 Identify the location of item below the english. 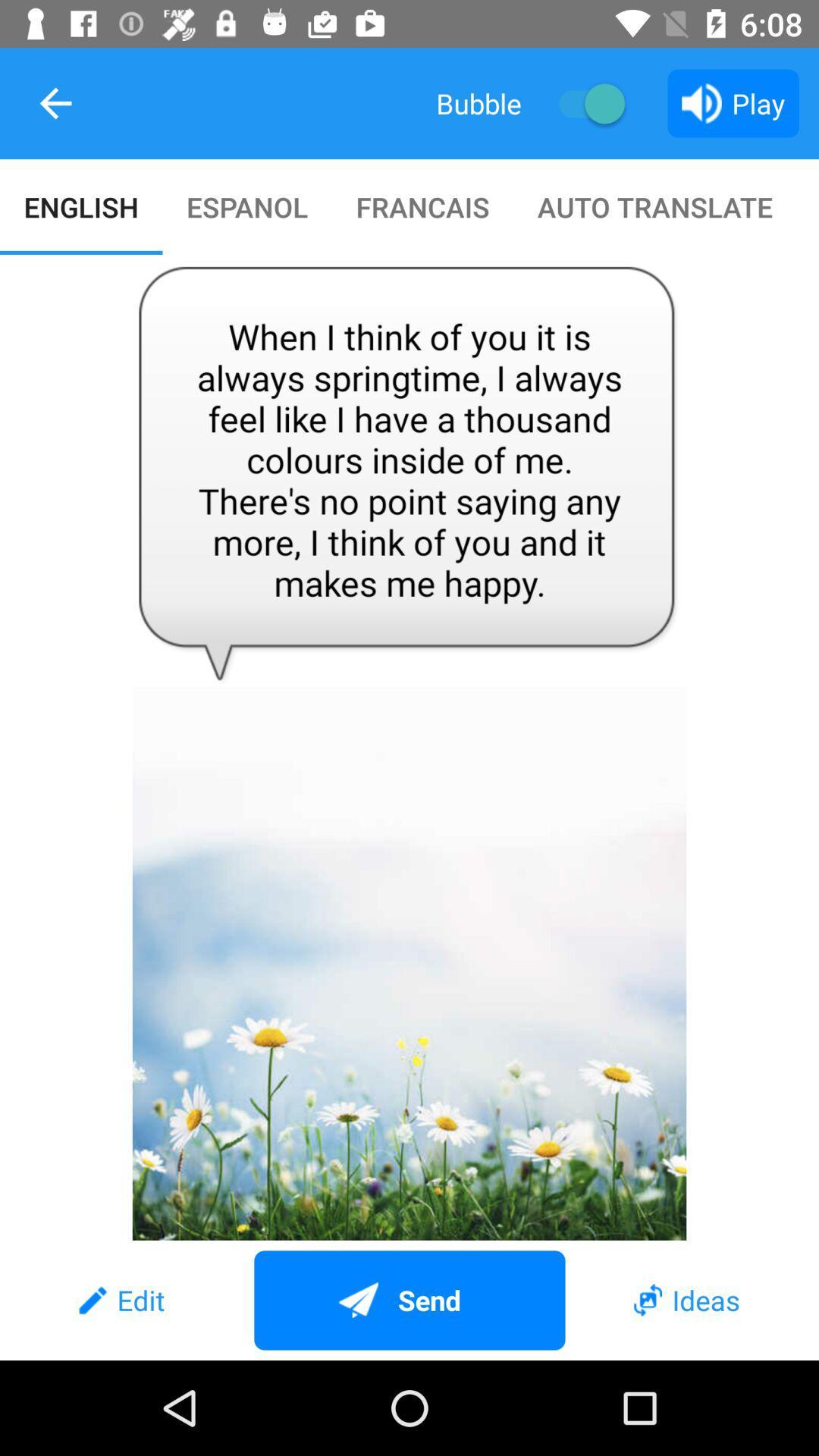
(409, 748).